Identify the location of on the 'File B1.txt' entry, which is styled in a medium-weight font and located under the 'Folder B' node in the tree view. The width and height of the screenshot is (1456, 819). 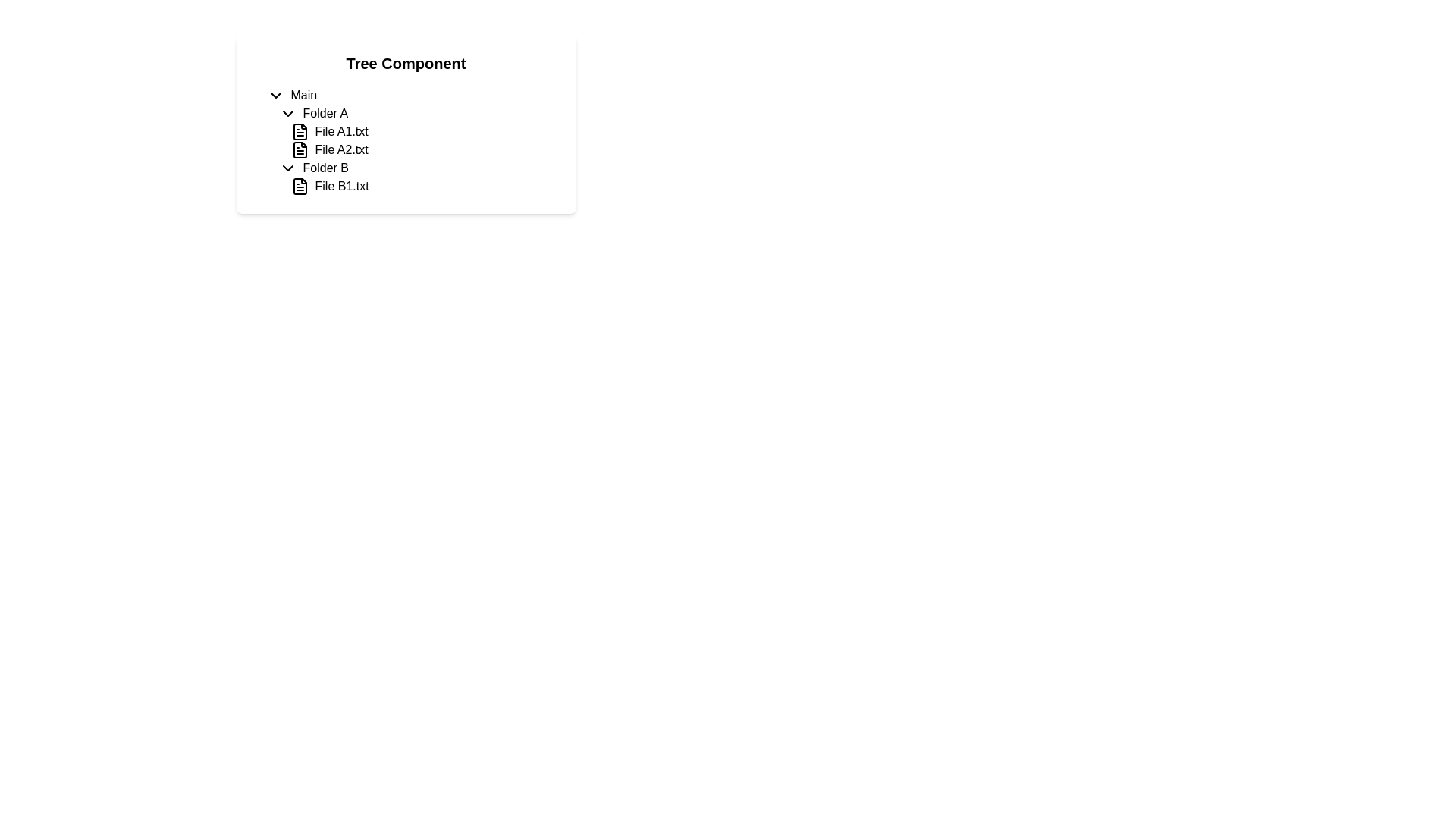
(418, 186).